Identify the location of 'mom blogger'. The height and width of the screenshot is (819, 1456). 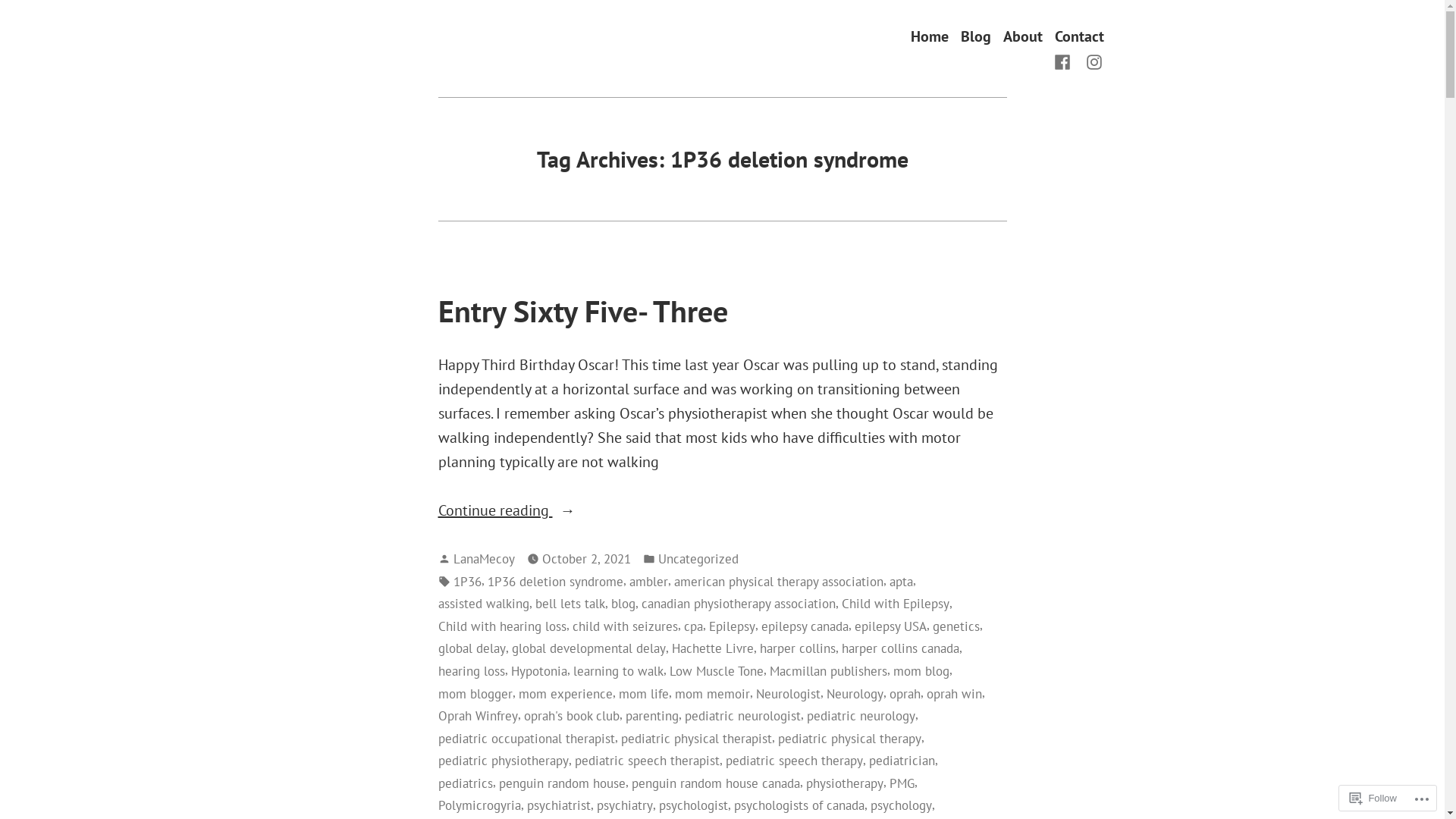
(437, 693).